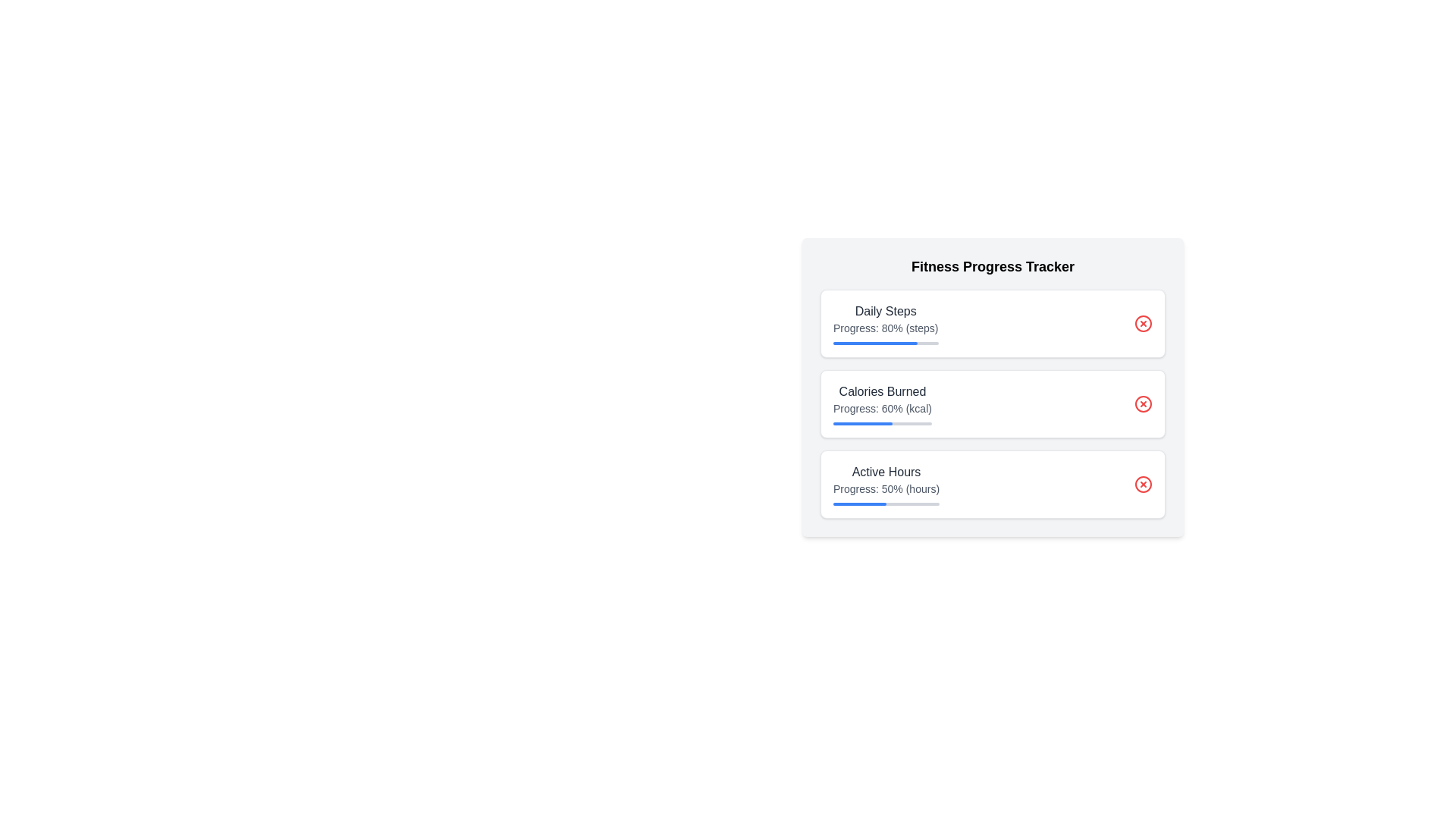 This screenshot has height=819, width=1456. I want to click on textual information from the 'Daily Steps' progress tracker, which includes the title and progress percentage, so click(993, 323).